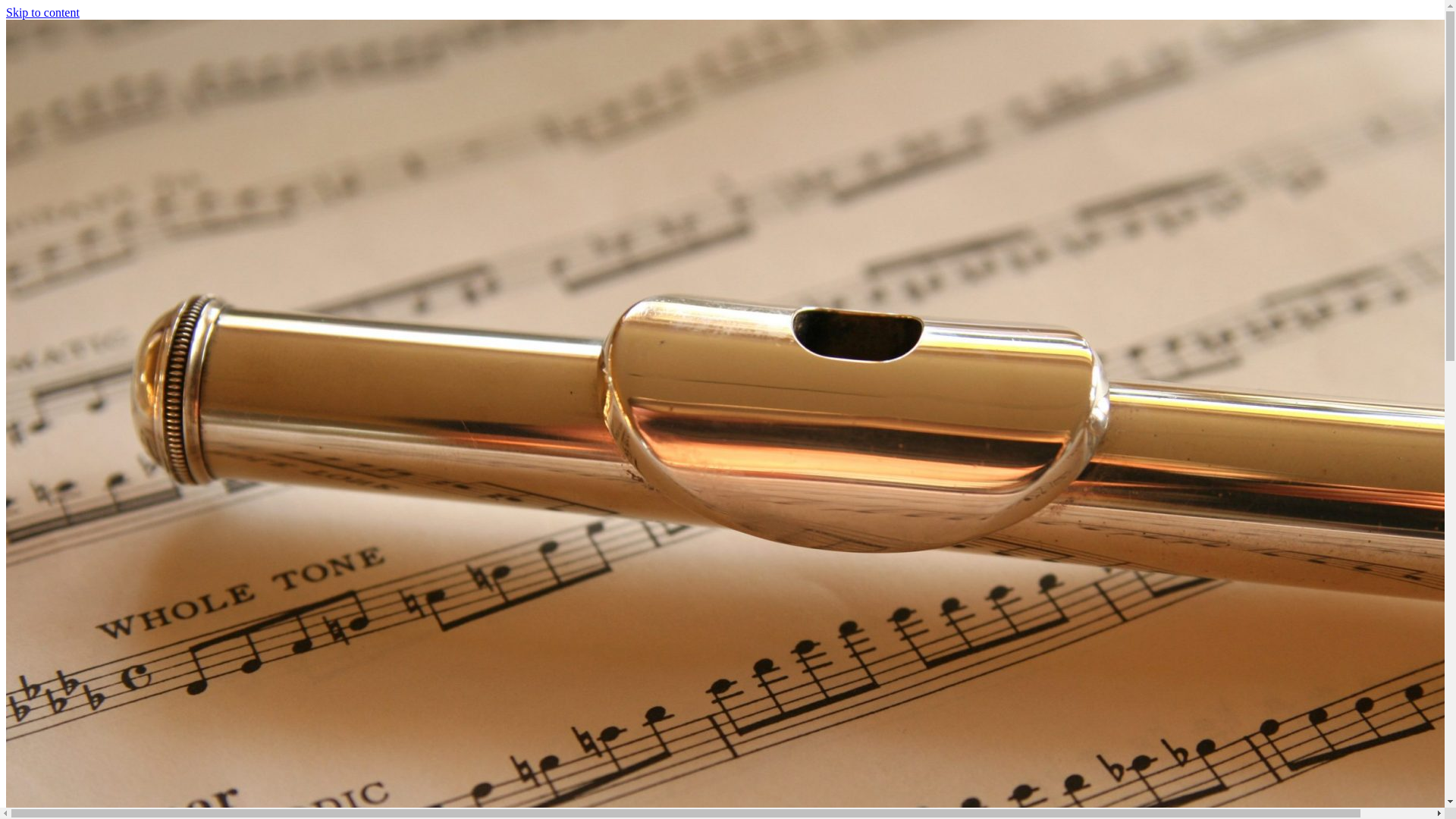 Image resolution: width=1456 pixels, height=819 pixels. Describe the element at coordinates (42, 12) in the screenshot. I see `'Skip to content'` at that location.